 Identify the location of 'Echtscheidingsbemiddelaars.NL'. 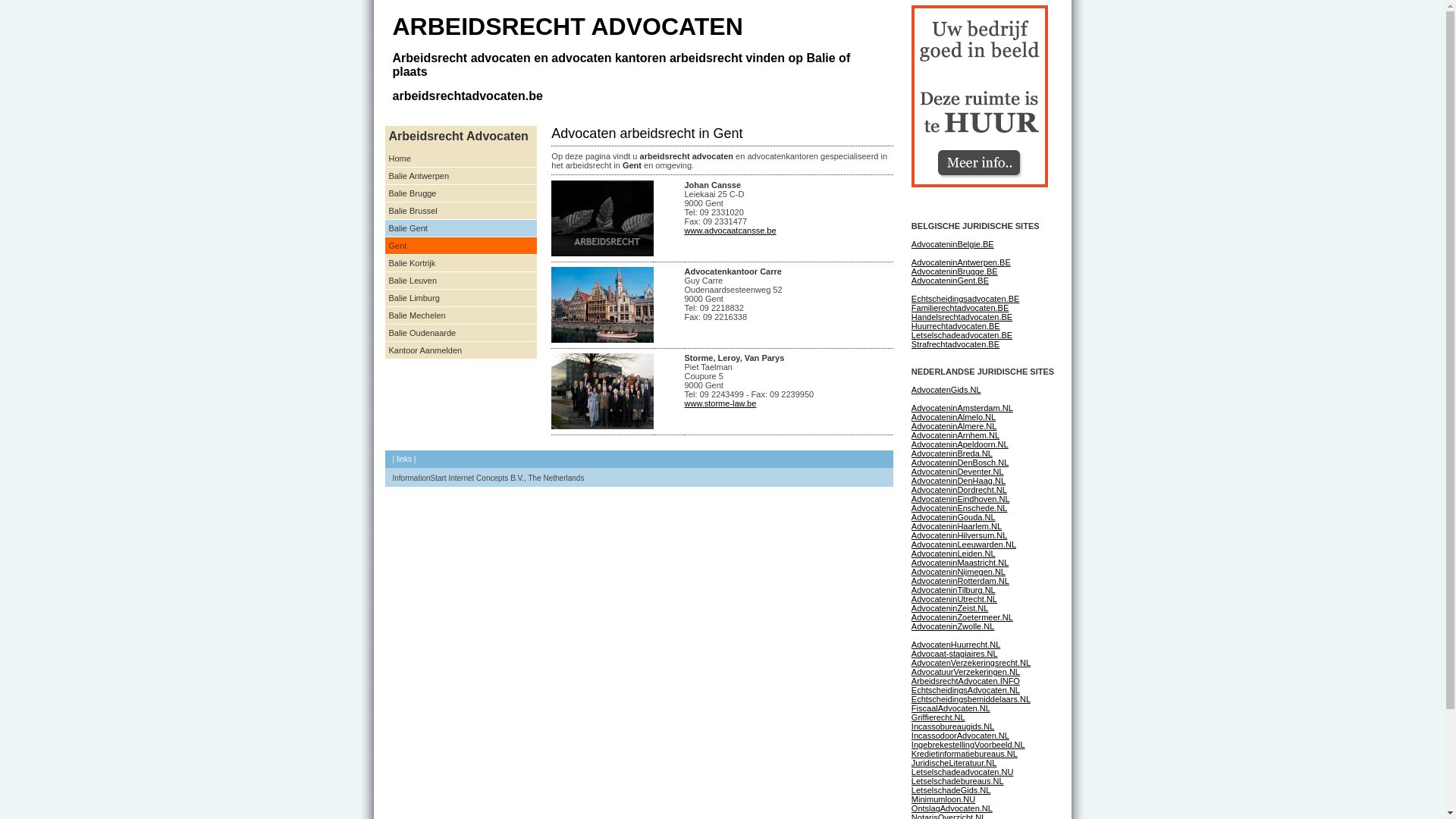
(971, 698).